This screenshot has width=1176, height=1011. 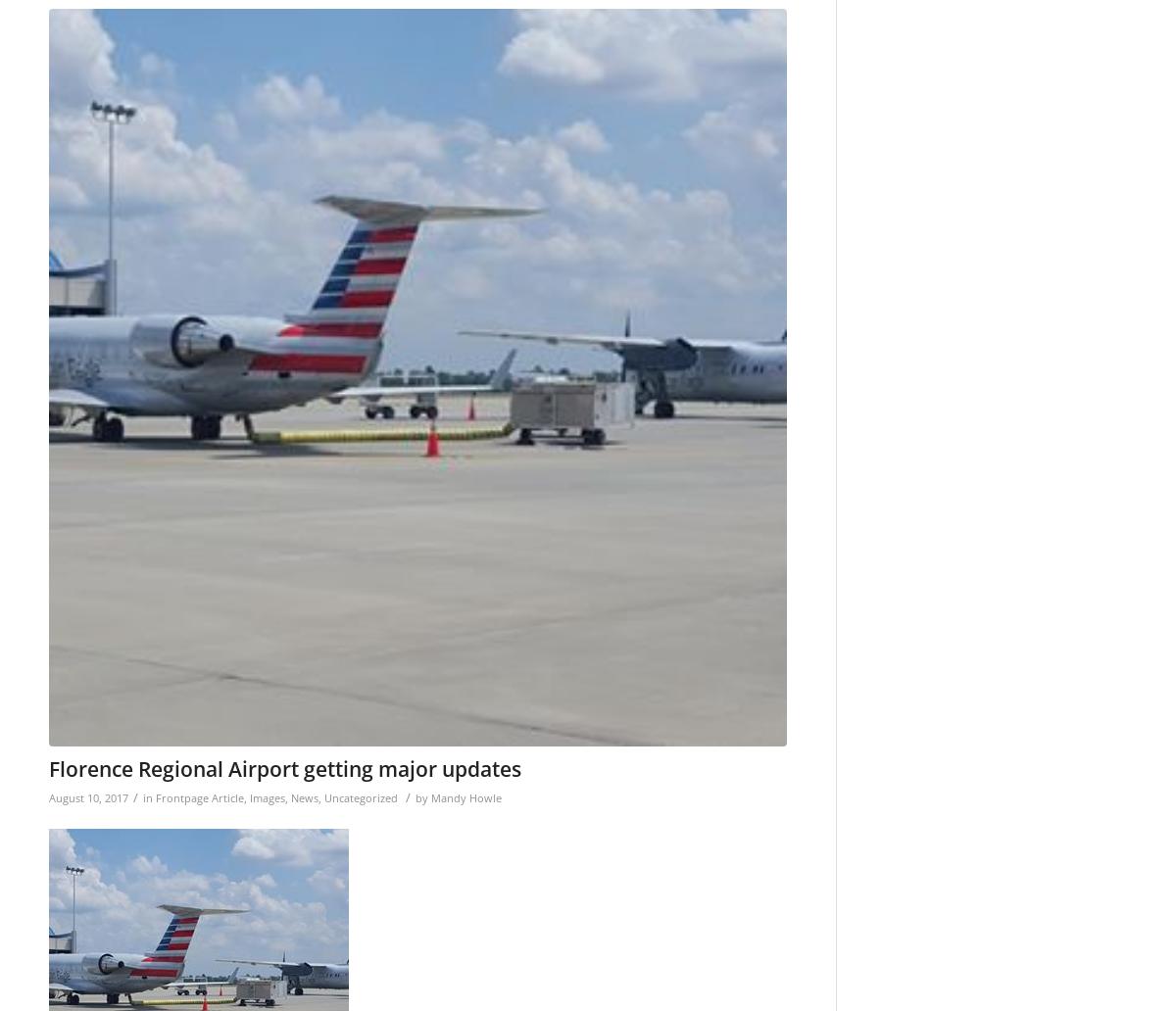 What do you see at coordinates (148, 796) in the screenshot?
I see `'in'` at bounding box center [148, 796].